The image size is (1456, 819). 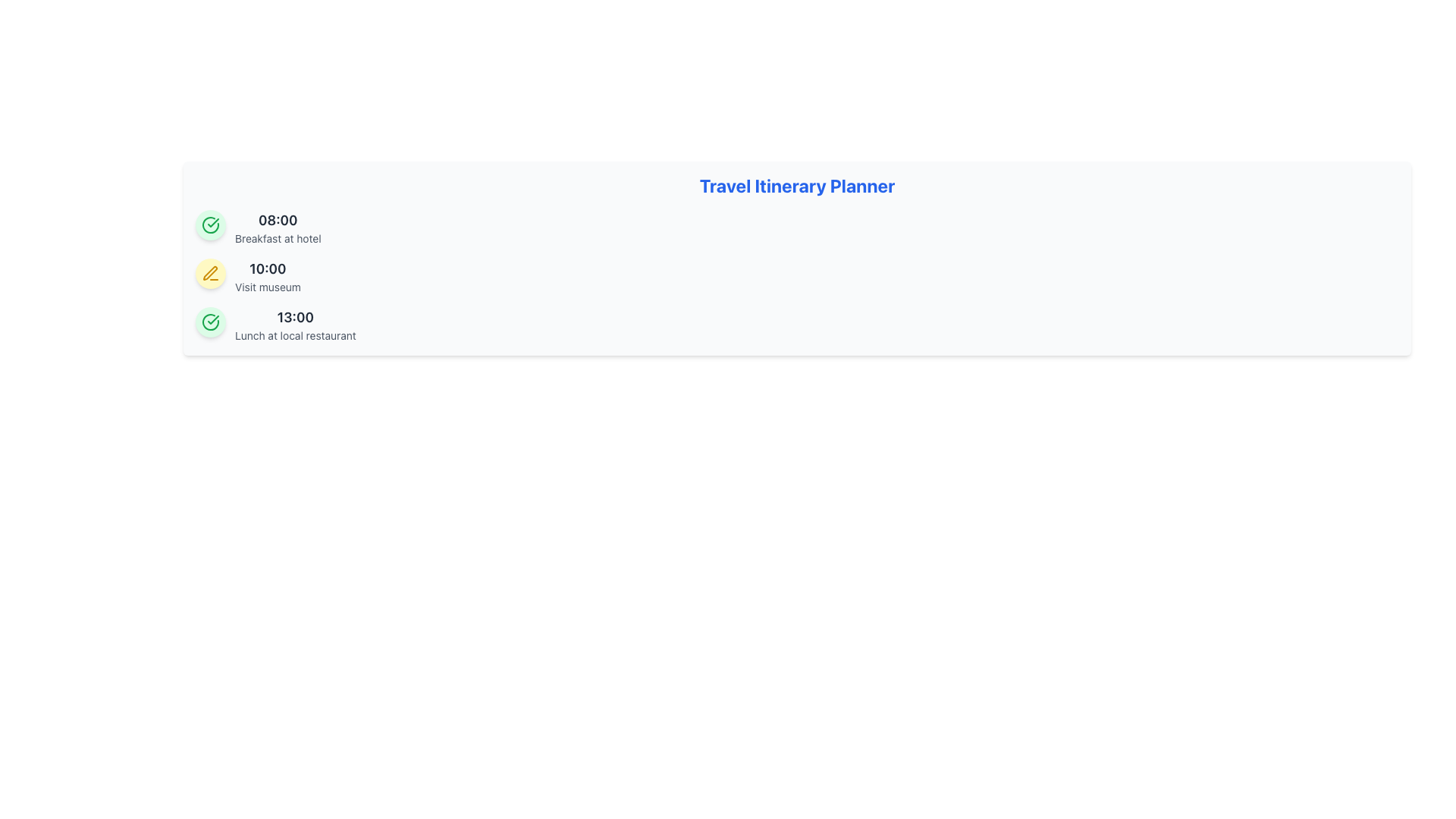 I want to click on the first list item displaying an event or activity in the schedule, located to the right of a green circular check icon, so click(x=278, y=227).